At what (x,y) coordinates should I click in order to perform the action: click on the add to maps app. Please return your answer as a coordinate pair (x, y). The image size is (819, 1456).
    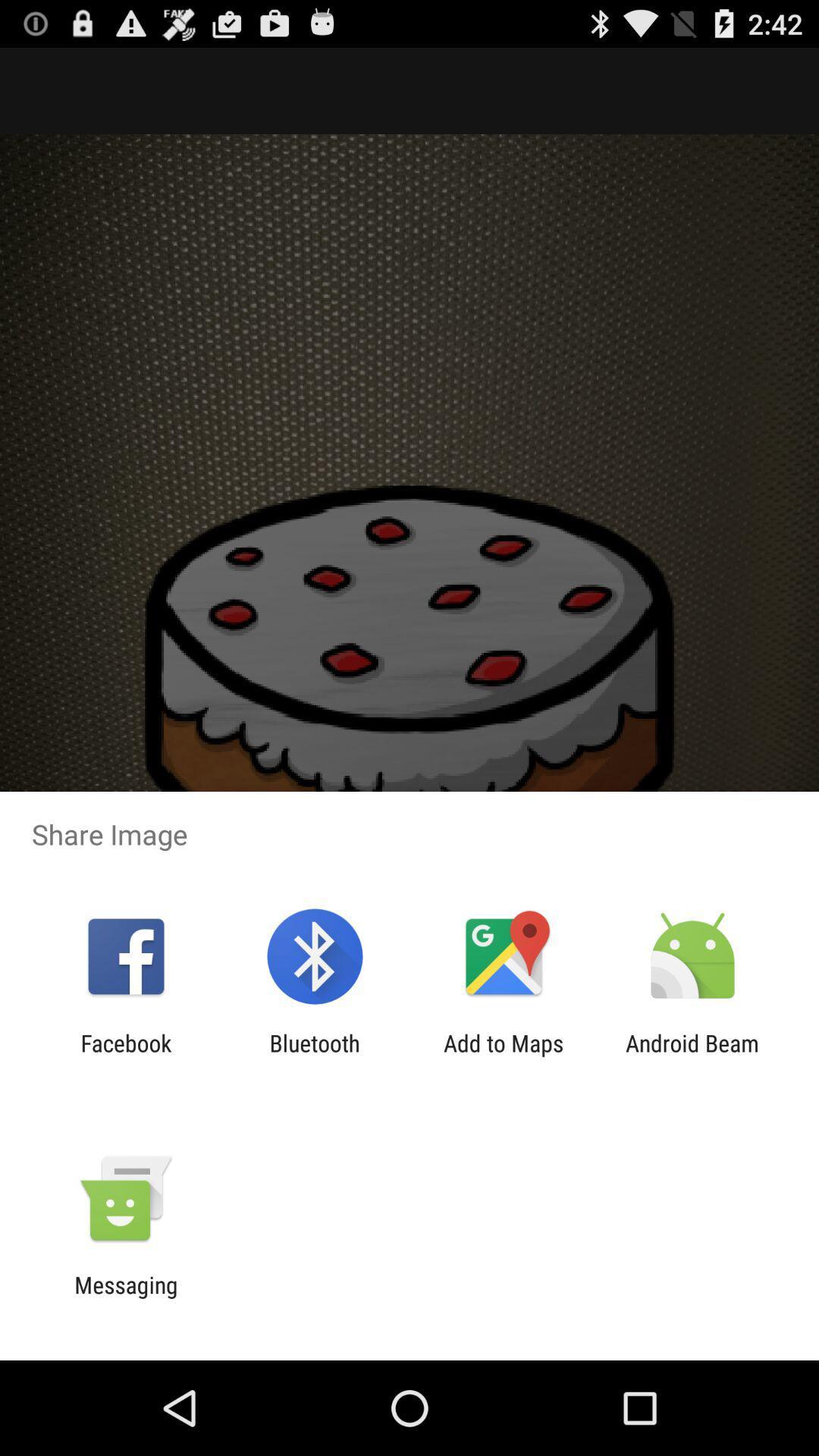
    Looking at the image, I should click on (504, 1056).